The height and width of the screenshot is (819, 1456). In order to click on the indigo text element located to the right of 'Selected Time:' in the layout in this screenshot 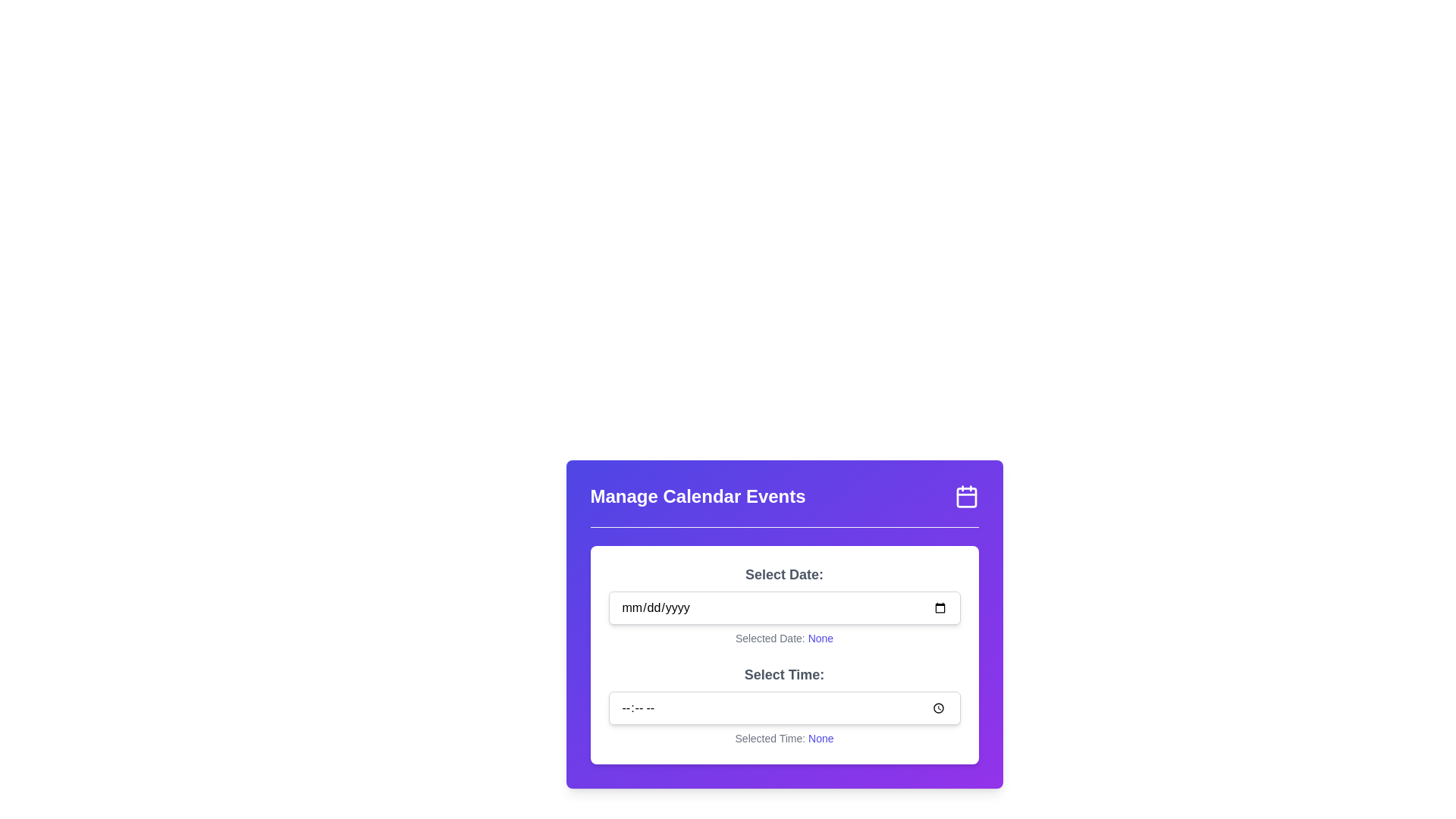, I will do `click(820, 738)`.